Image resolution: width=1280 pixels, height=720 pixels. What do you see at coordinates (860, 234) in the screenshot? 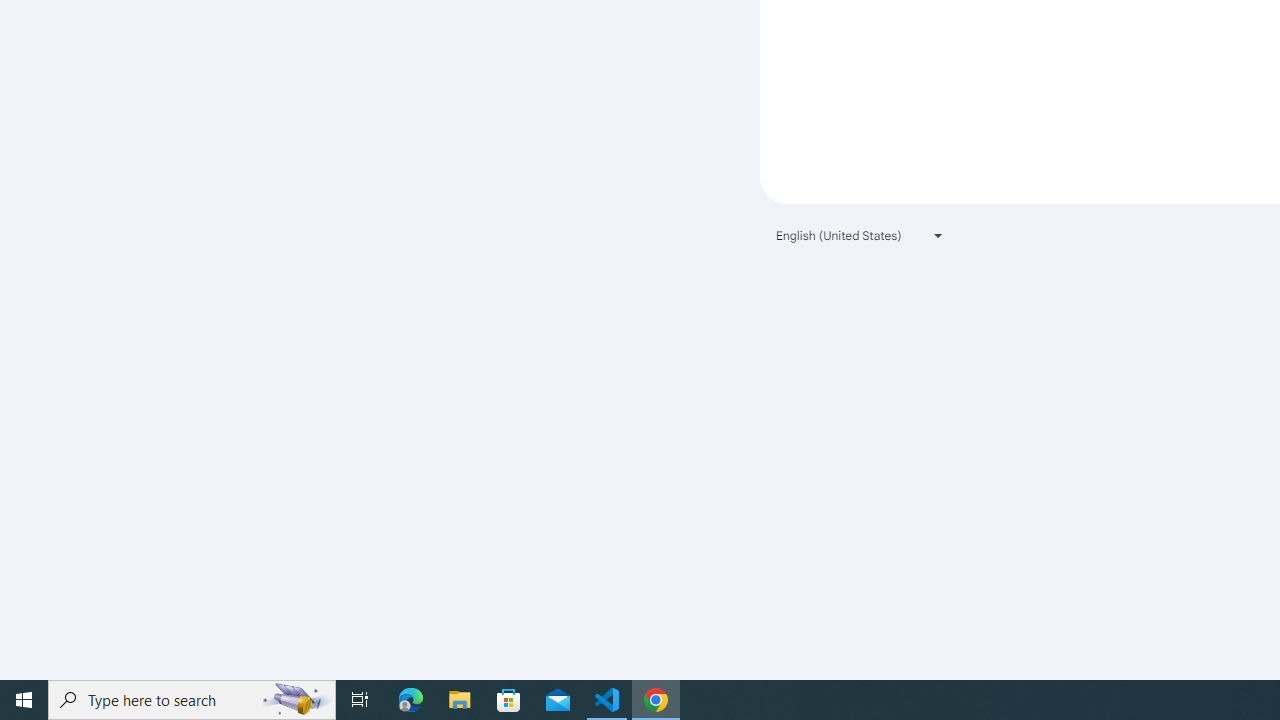
I see `'English (United States)'` at bounding box center [860, 234].